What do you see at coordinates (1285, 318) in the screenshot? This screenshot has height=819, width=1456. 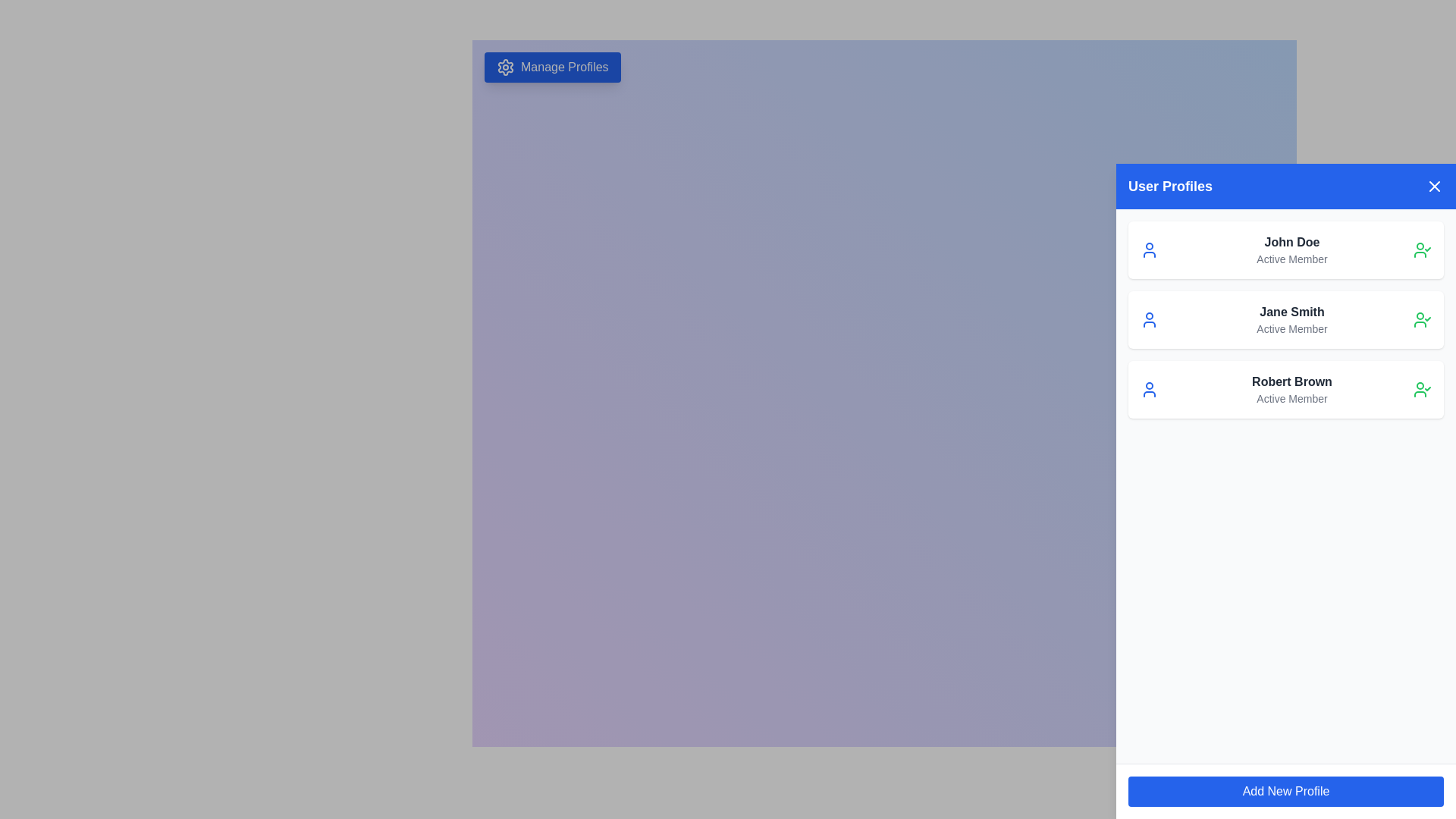 I see `the second profile card for 'Jane Smith' in the 'User Profiles' panel` at bounding box center [1285, 318].